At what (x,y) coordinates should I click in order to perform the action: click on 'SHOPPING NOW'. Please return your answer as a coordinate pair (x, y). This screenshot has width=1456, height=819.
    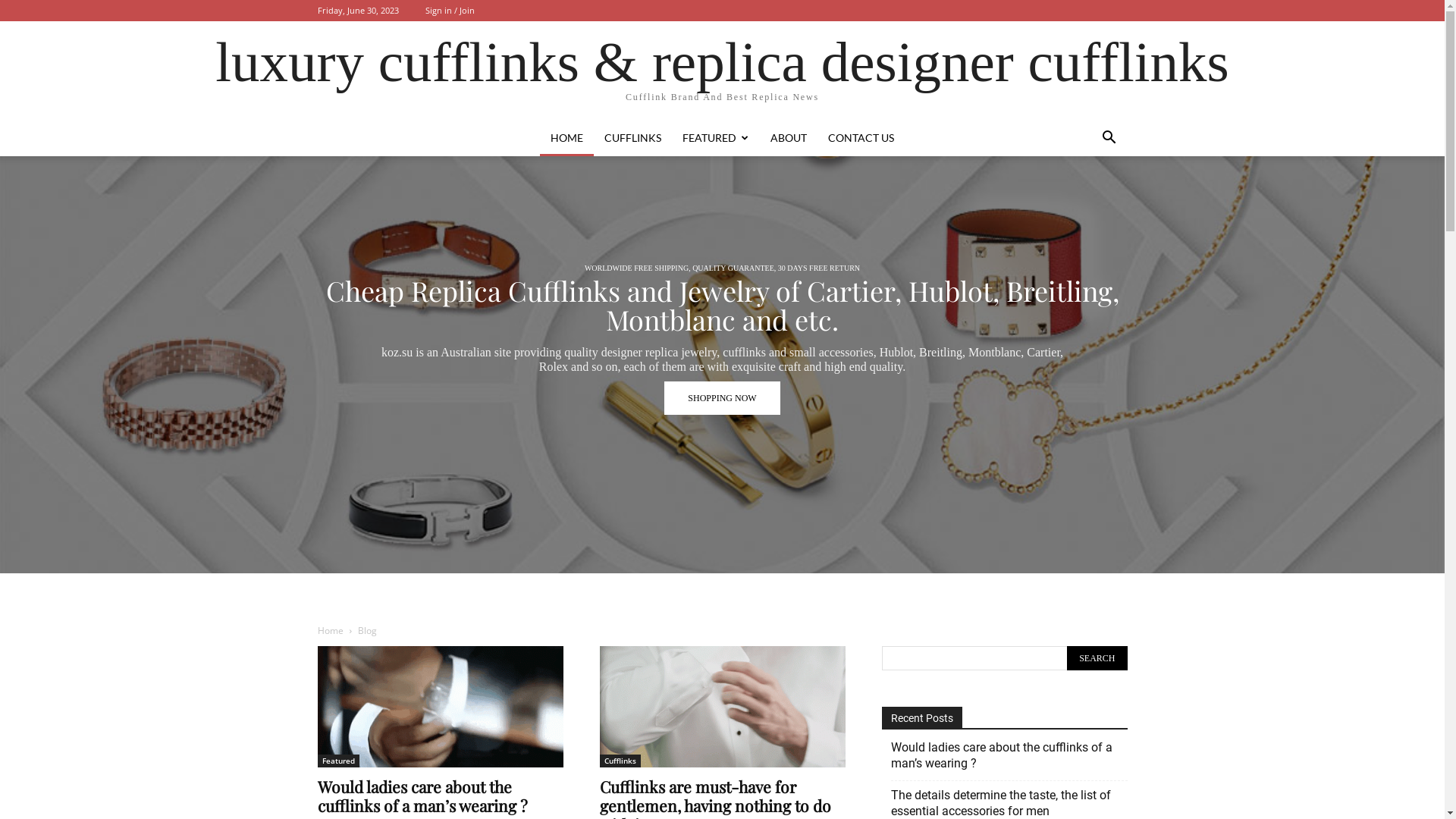
    Looking at the image, I should click on (720, 369).